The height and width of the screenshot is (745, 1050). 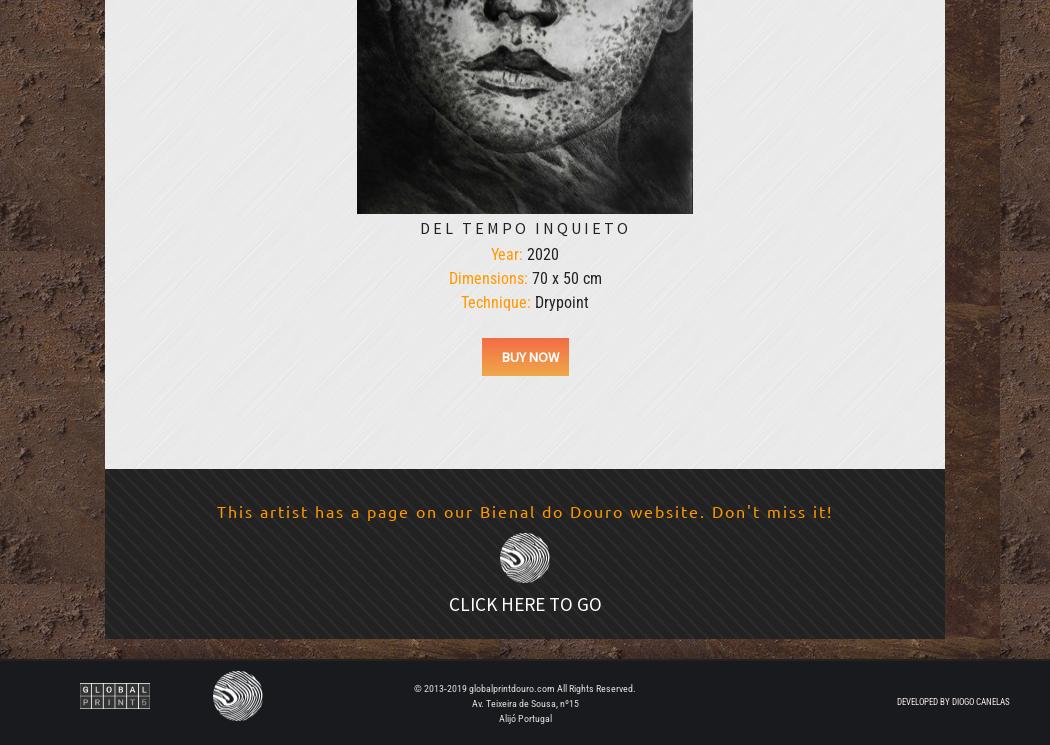 I want to click on 'This artist has a page on our Bienal do Douro website. Don't miss it!', so click(x=525, y=509).